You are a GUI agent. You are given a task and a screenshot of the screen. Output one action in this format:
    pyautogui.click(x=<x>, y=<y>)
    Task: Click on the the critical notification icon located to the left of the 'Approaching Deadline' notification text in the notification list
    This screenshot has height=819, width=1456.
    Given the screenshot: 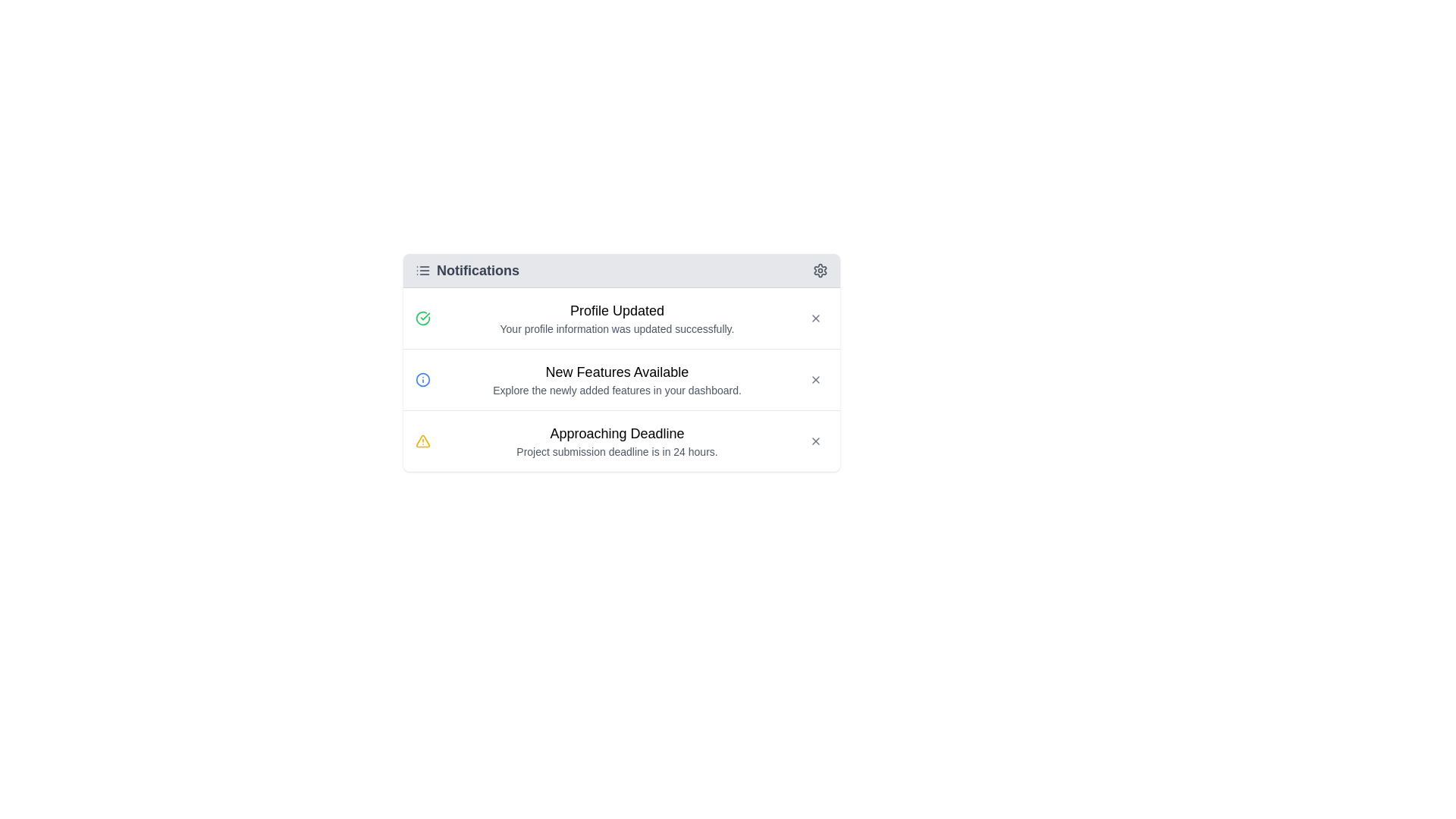 What is the action you would take?
    pyautogui.click(x=422, y=441)
    